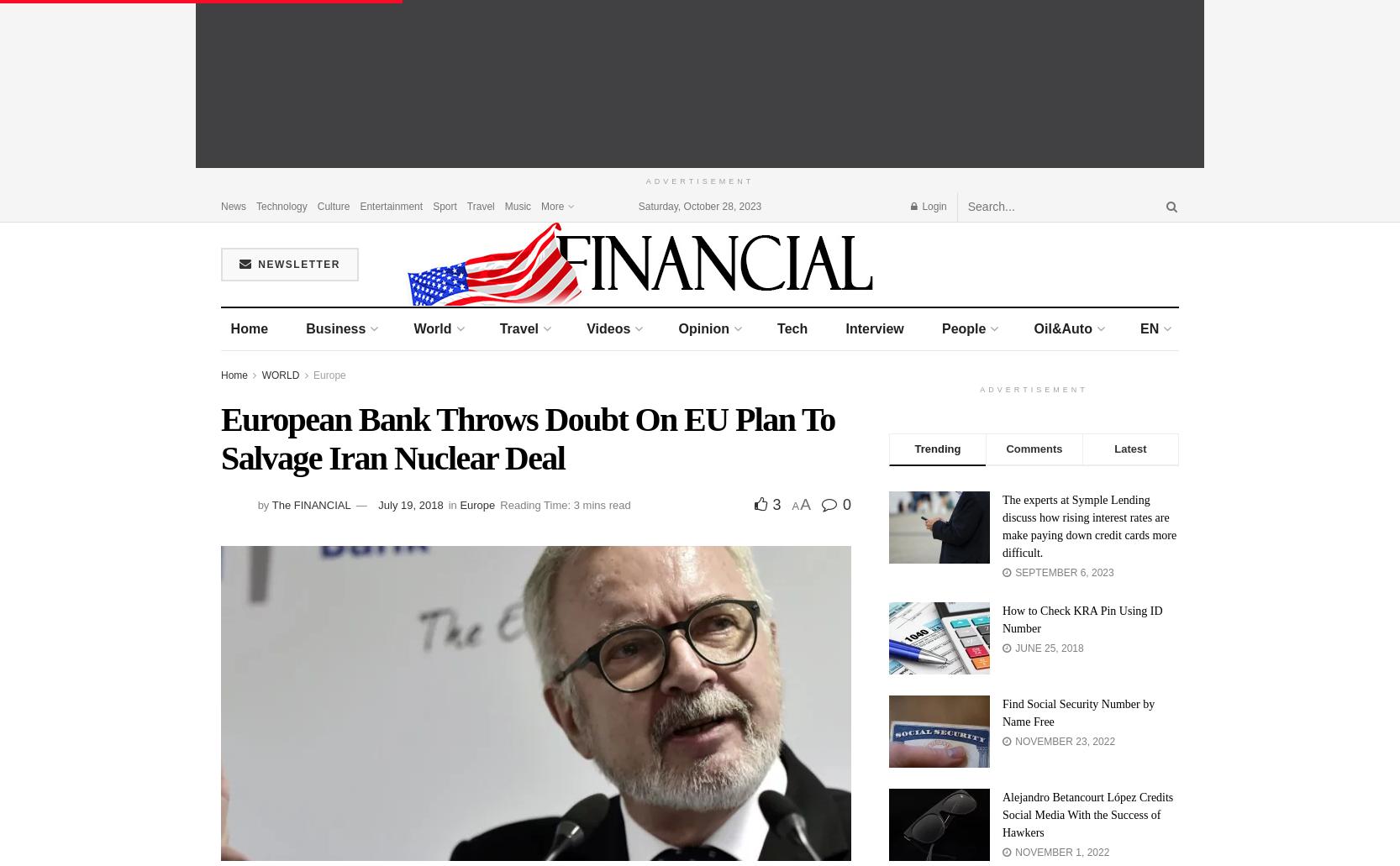 This screenshot has width=1400, height=866. What do you see at coordinates (1048, 648) in the screenshot?
I see `'June 25, 2018'` at bounding box center [1048, 648].